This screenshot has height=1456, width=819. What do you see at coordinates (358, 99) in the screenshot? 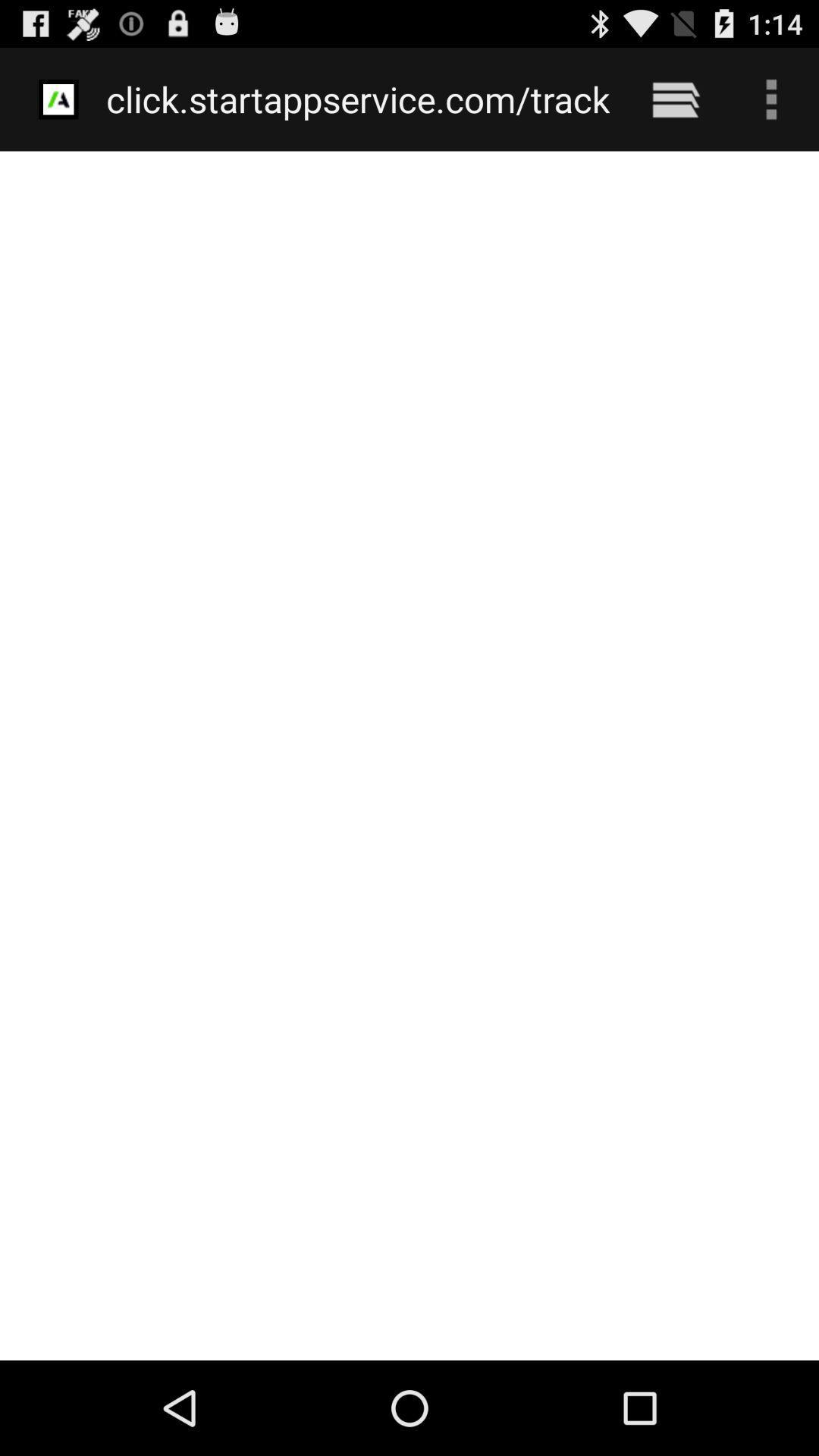
I see `the click startappservice com at the top` at bounding box center [358, 99].